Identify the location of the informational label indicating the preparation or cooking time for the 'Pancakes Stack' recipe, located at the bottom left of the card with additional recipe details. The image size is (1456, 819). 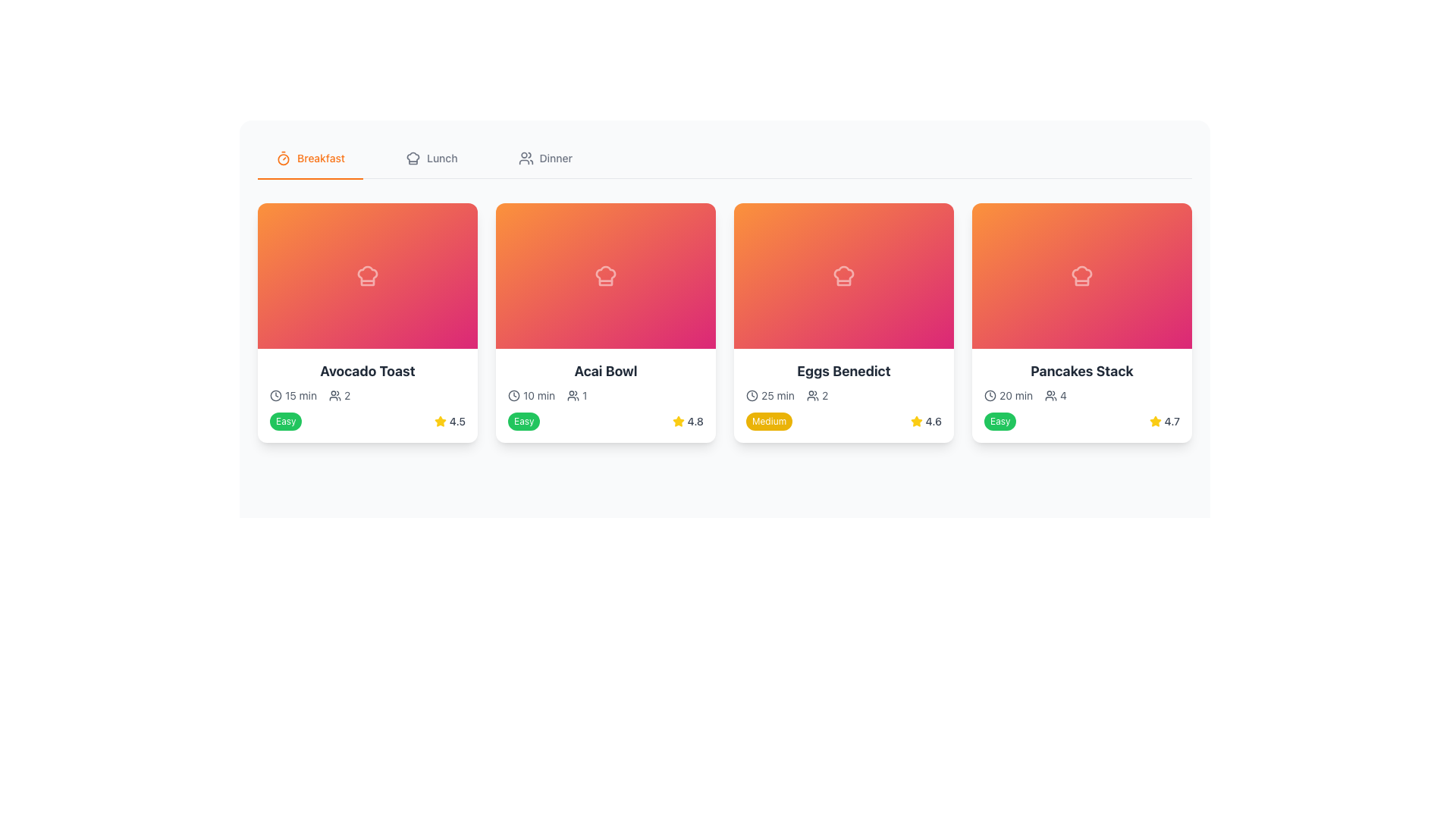
(1008, 394).